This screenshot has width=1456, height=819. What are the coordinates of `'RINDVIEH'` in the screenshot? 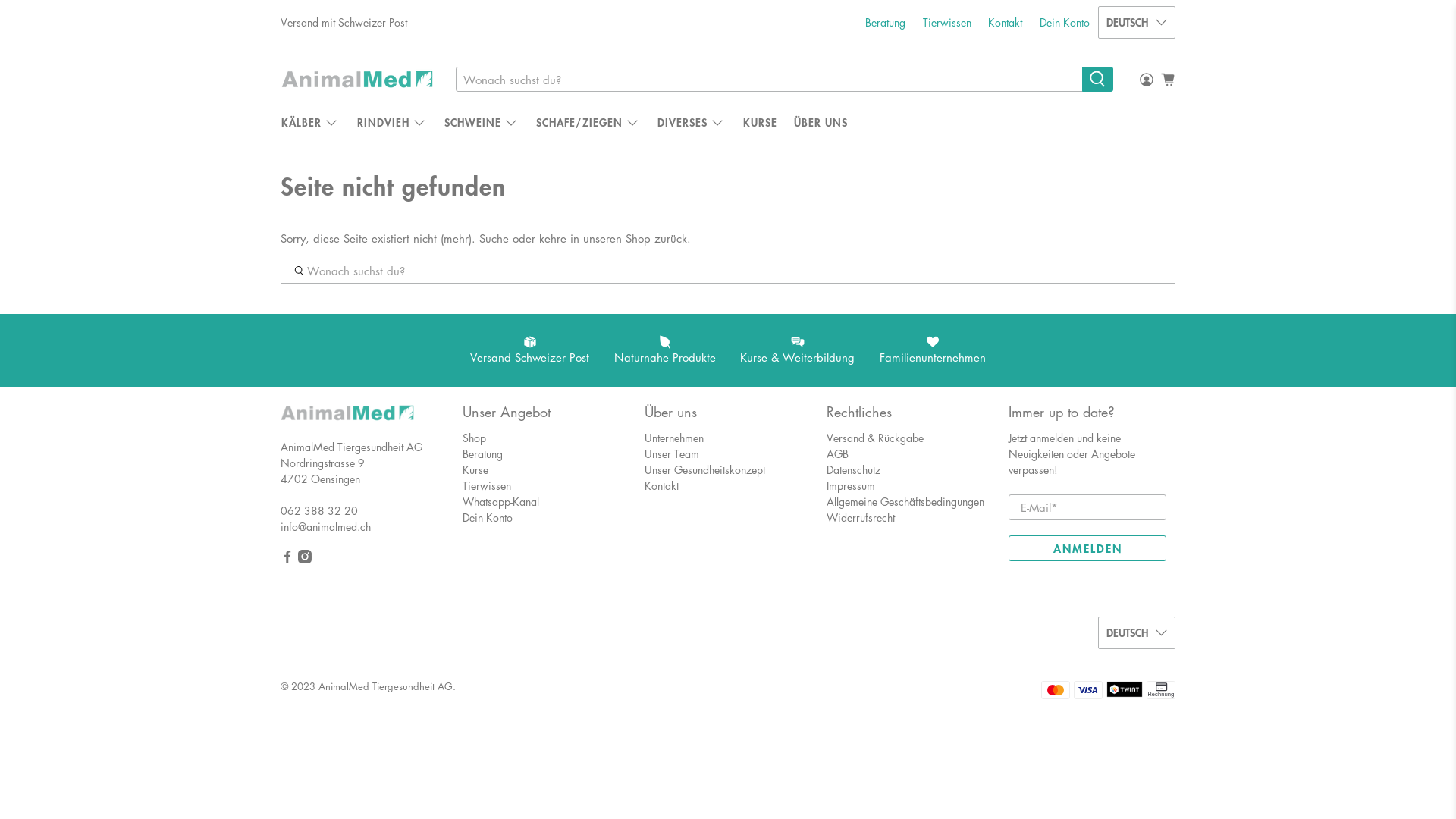 It's located at (391, 121).